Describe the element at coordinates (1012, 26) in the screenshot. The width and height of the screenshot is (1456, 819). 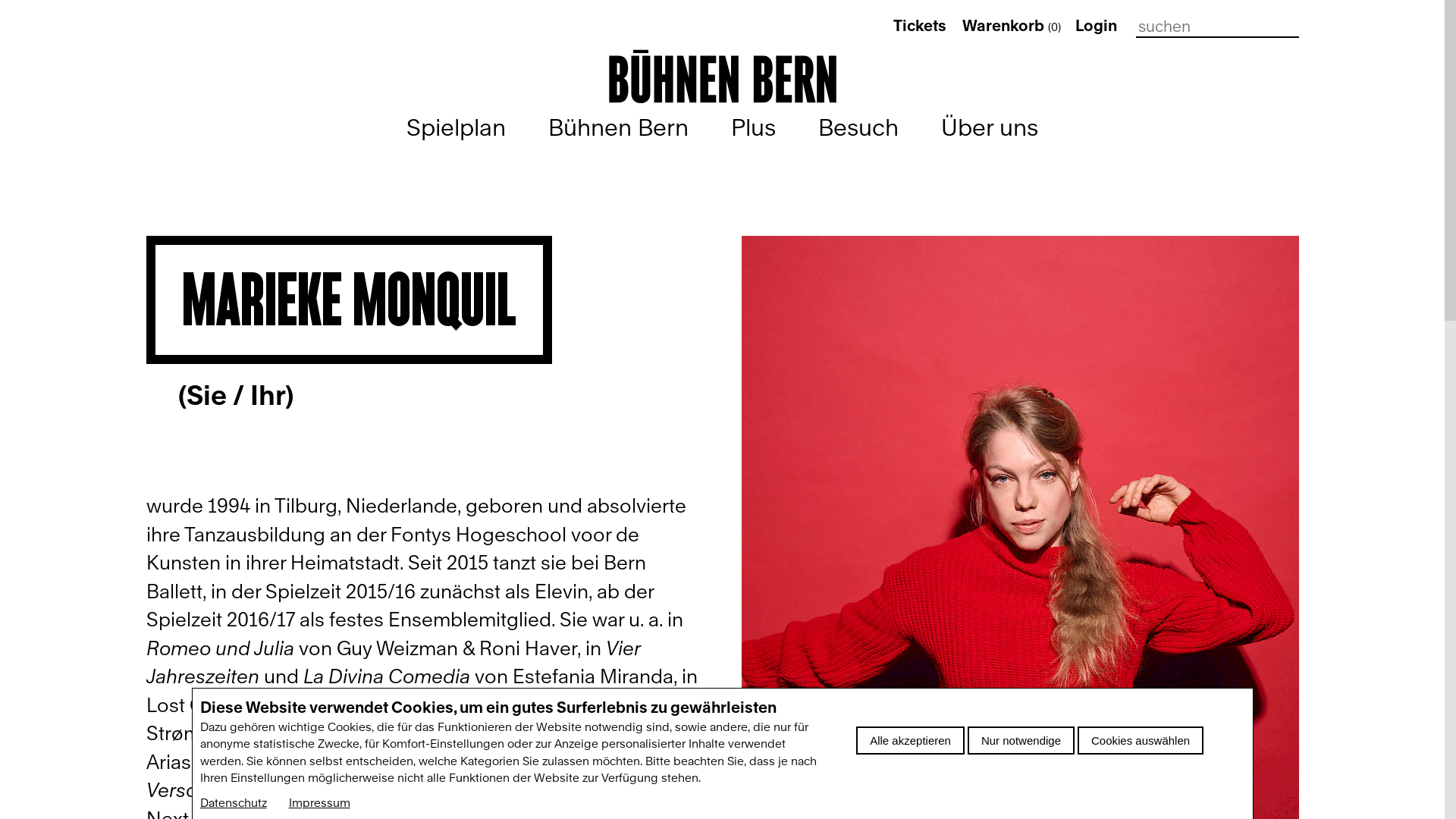
I see `'Warenkorb(0)'` at that location.